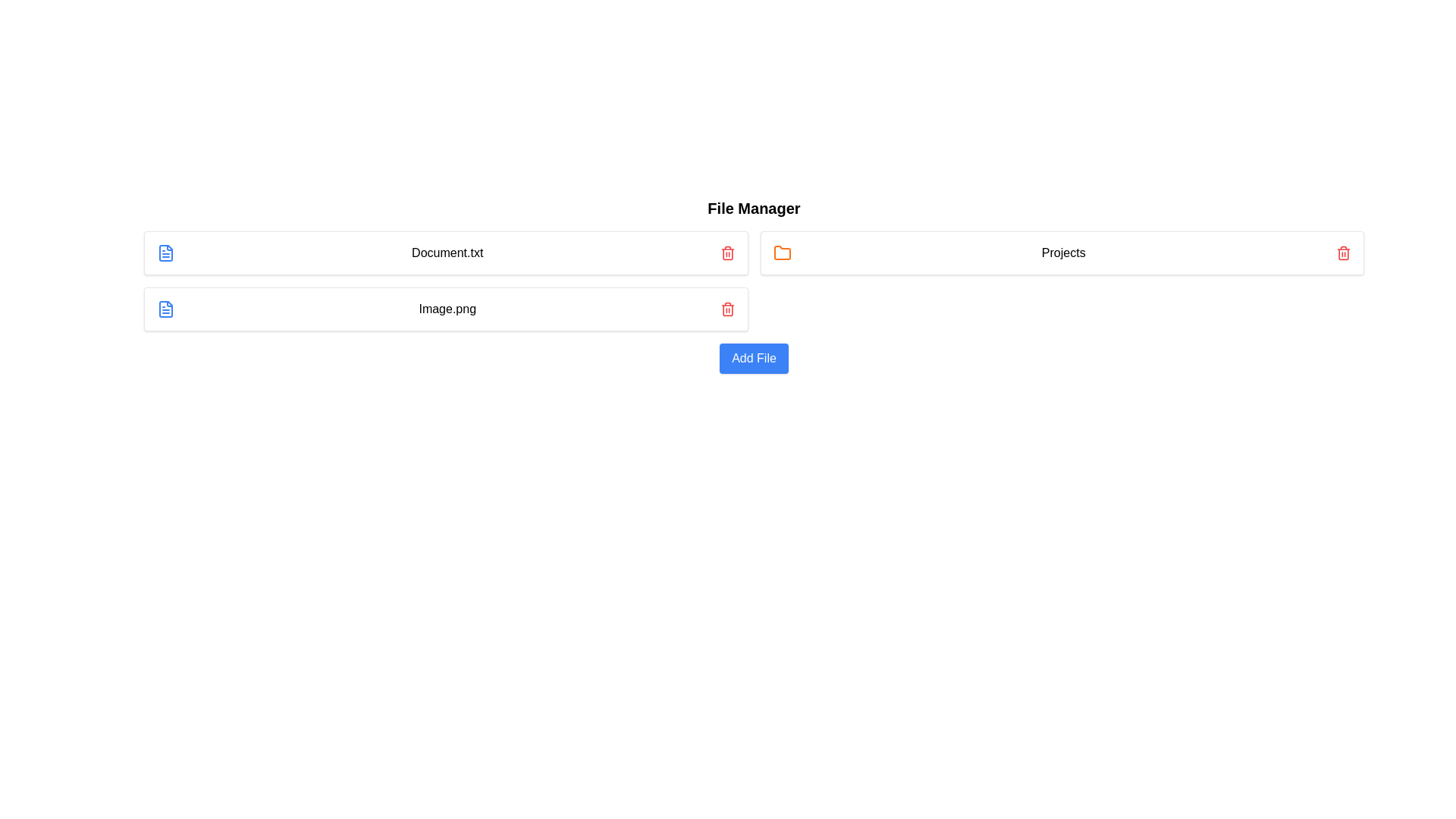 Image resolution: width=1456 pixels, height=819 pixels. Describe the element at coordinates (1343, 253) in the screenshot. I see `the red trash can icon button located on the far right of the 'Projects' panel` at that location.